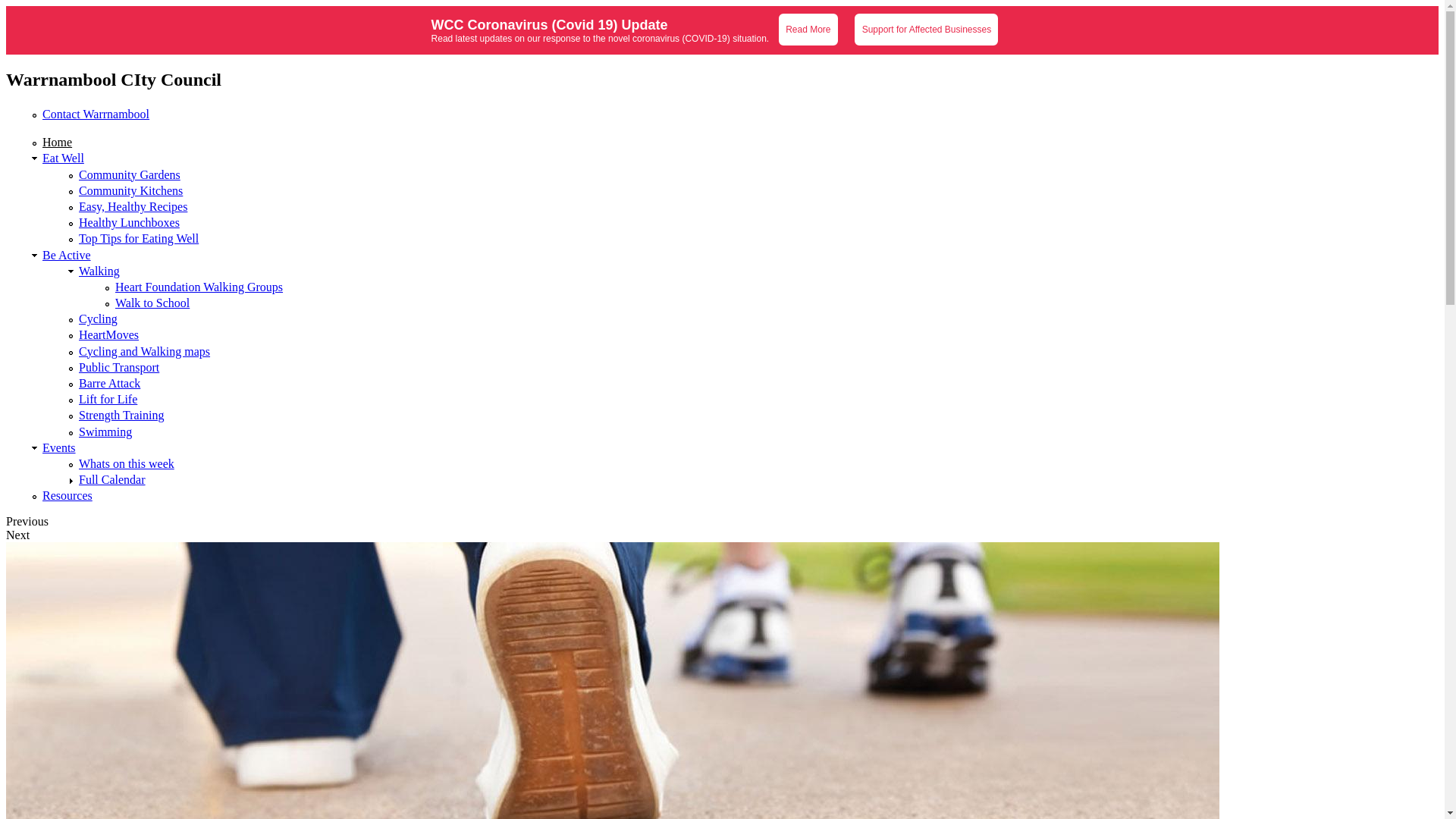  What do you see at coordinates (78, 367) in the screenshot?
I see `'Public Transport'` at bounding box center [78, 367].